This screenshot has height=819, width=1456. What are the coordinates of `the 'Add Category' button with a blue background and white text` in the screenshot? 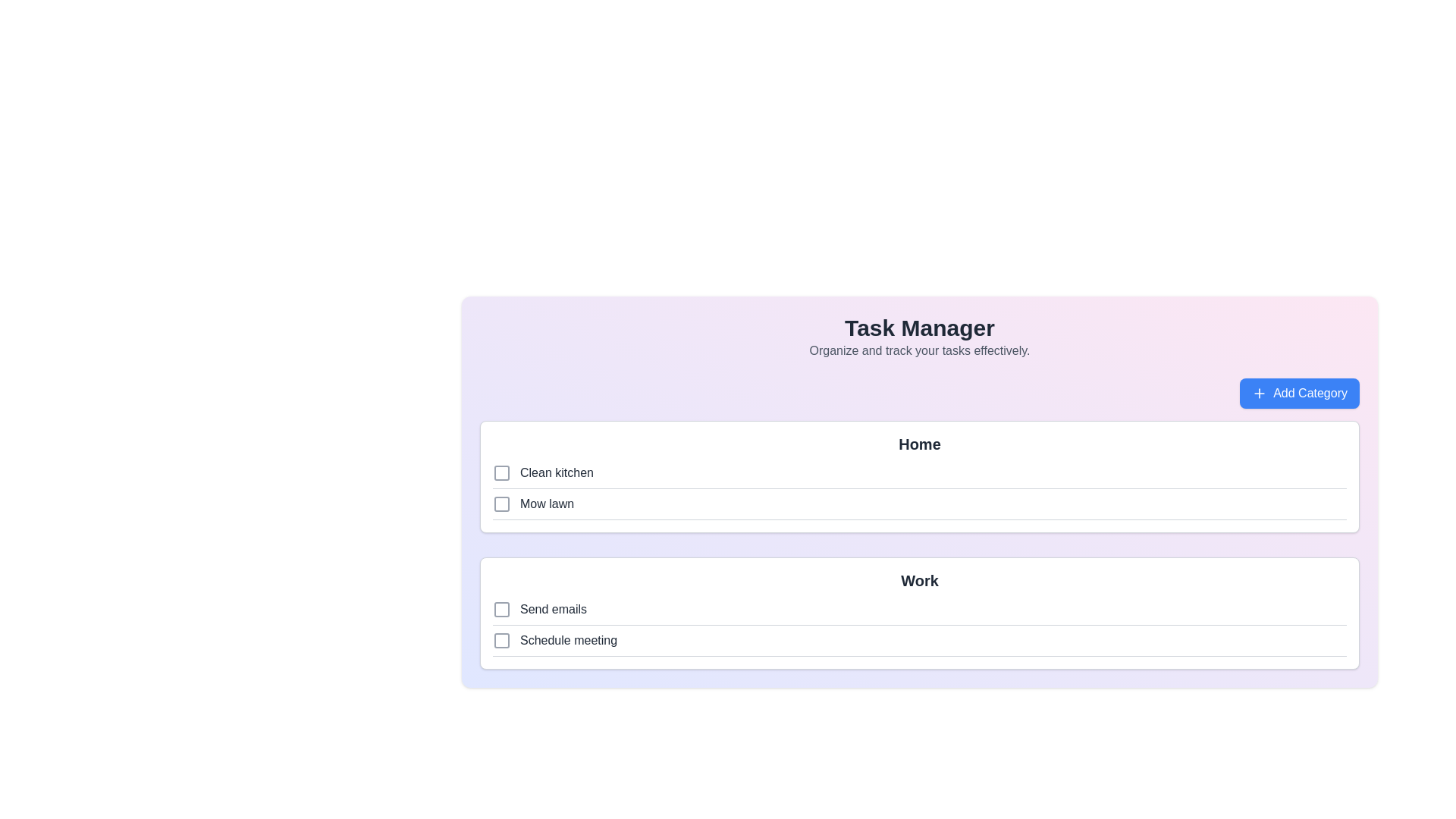 It's located at (1298, 393).